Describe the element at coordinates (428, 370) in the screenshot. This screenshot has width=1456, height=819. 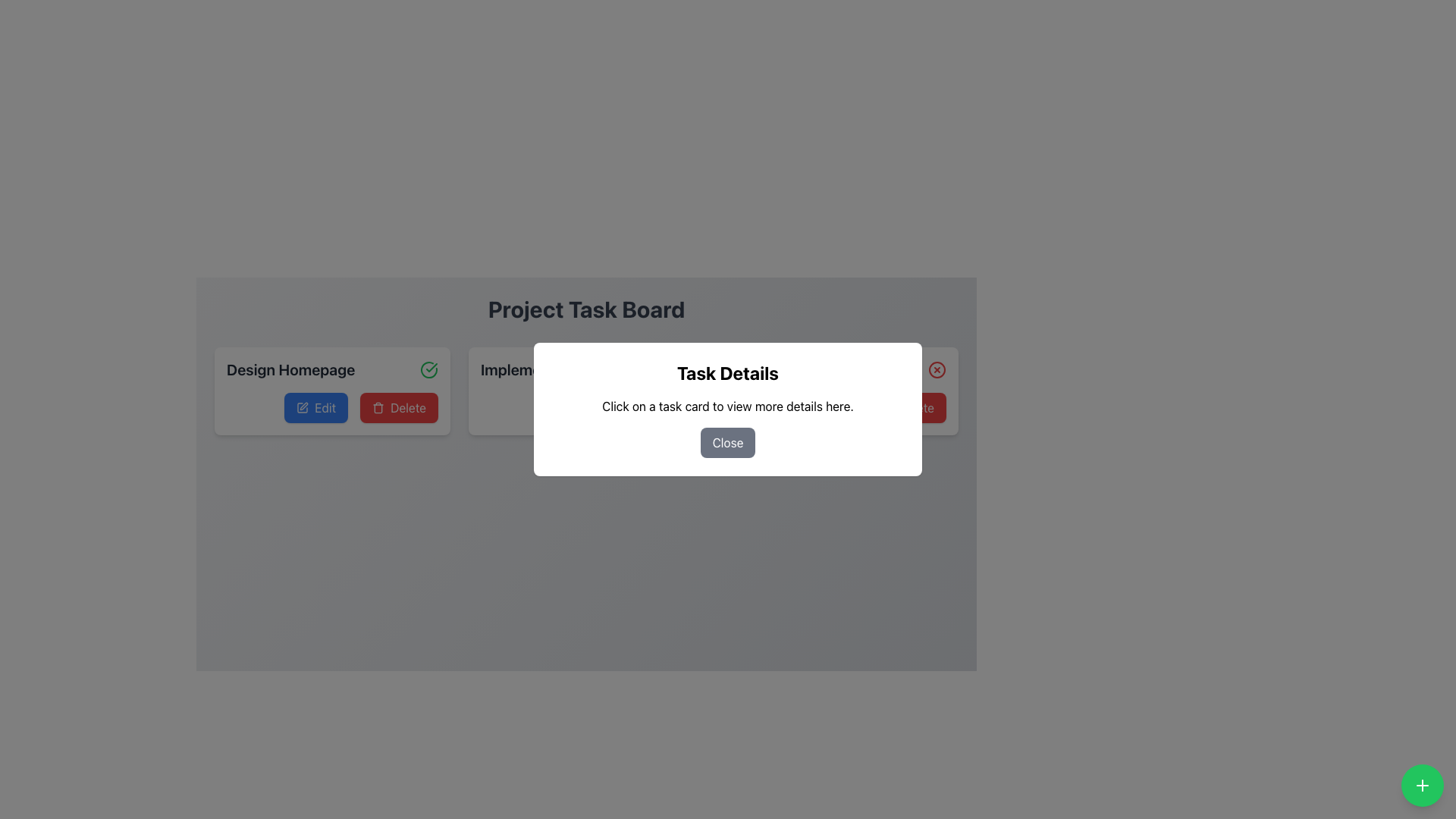
I see `the green checkmark icon within the circular boundary, which represents a confirmation symbol, located to the right of the 'Design Homepage' task label` at that location.